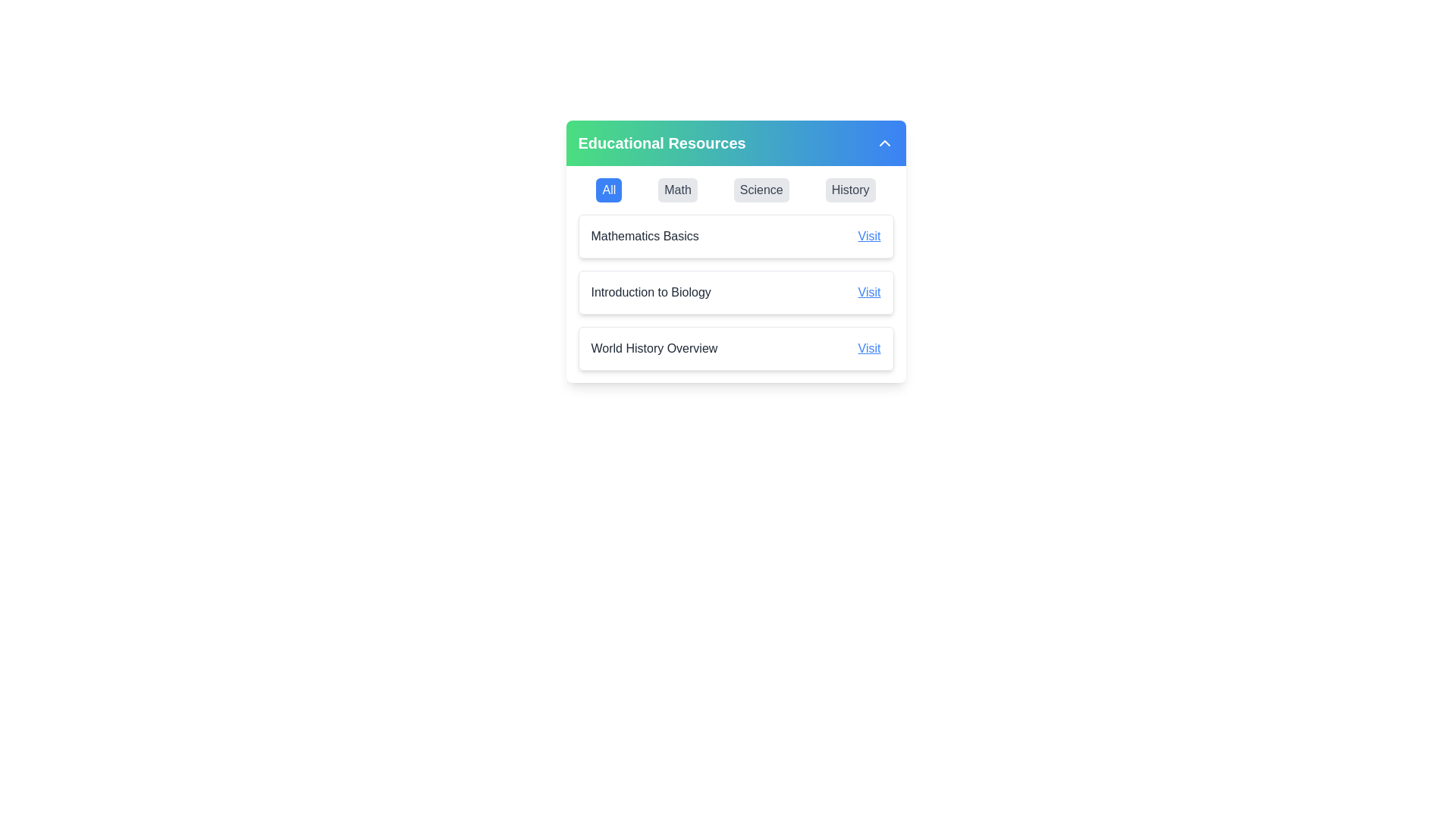 The image size is (1456, 819). I want to click on the hyperlink labeled 'Visit', which is styled as blue and underlined, located to the right of 'Mathematics Basics', so click(869, 237).